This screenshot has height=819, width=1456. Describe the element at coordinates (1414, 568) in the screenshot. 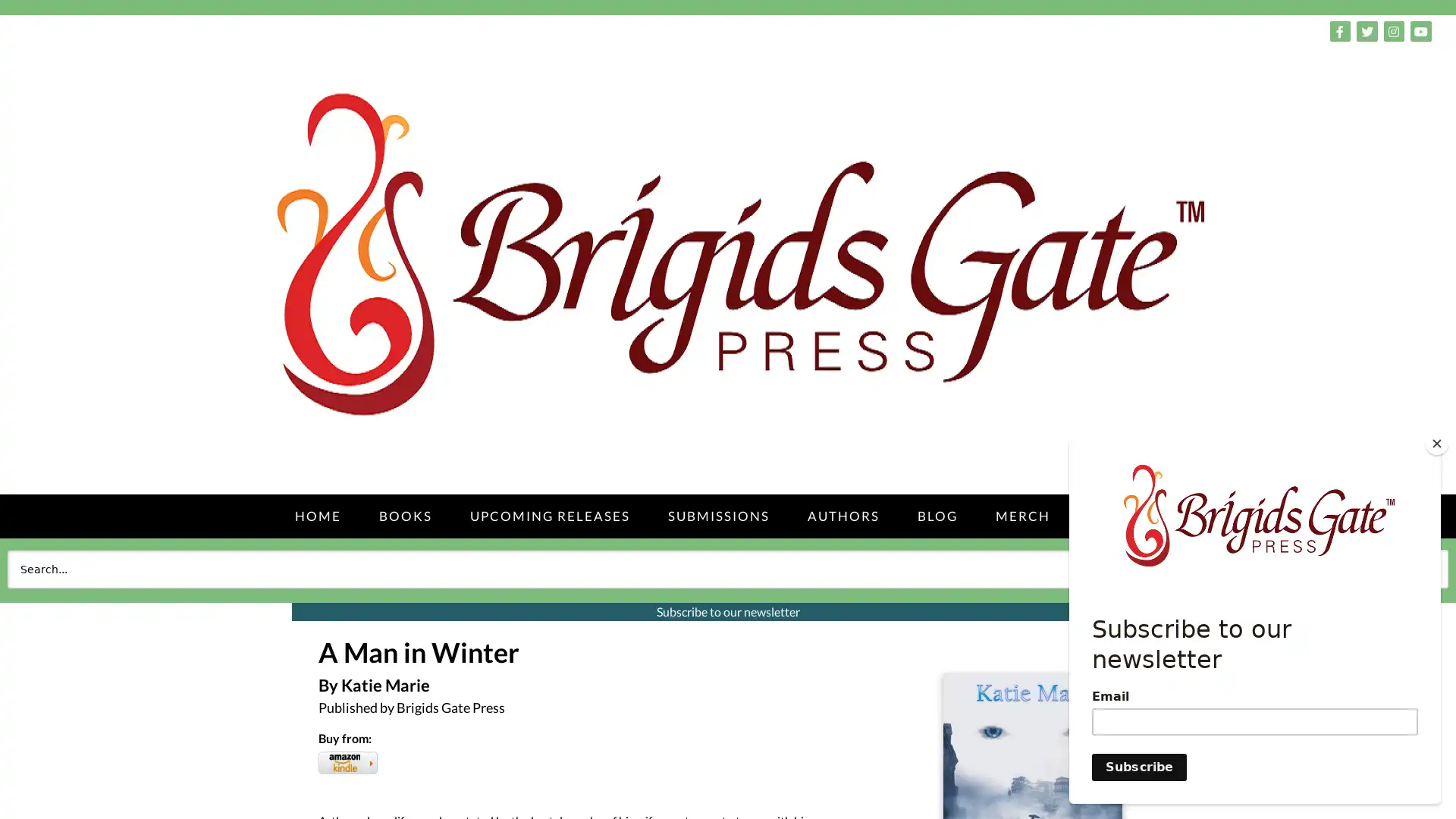

I see `Search` at that location.